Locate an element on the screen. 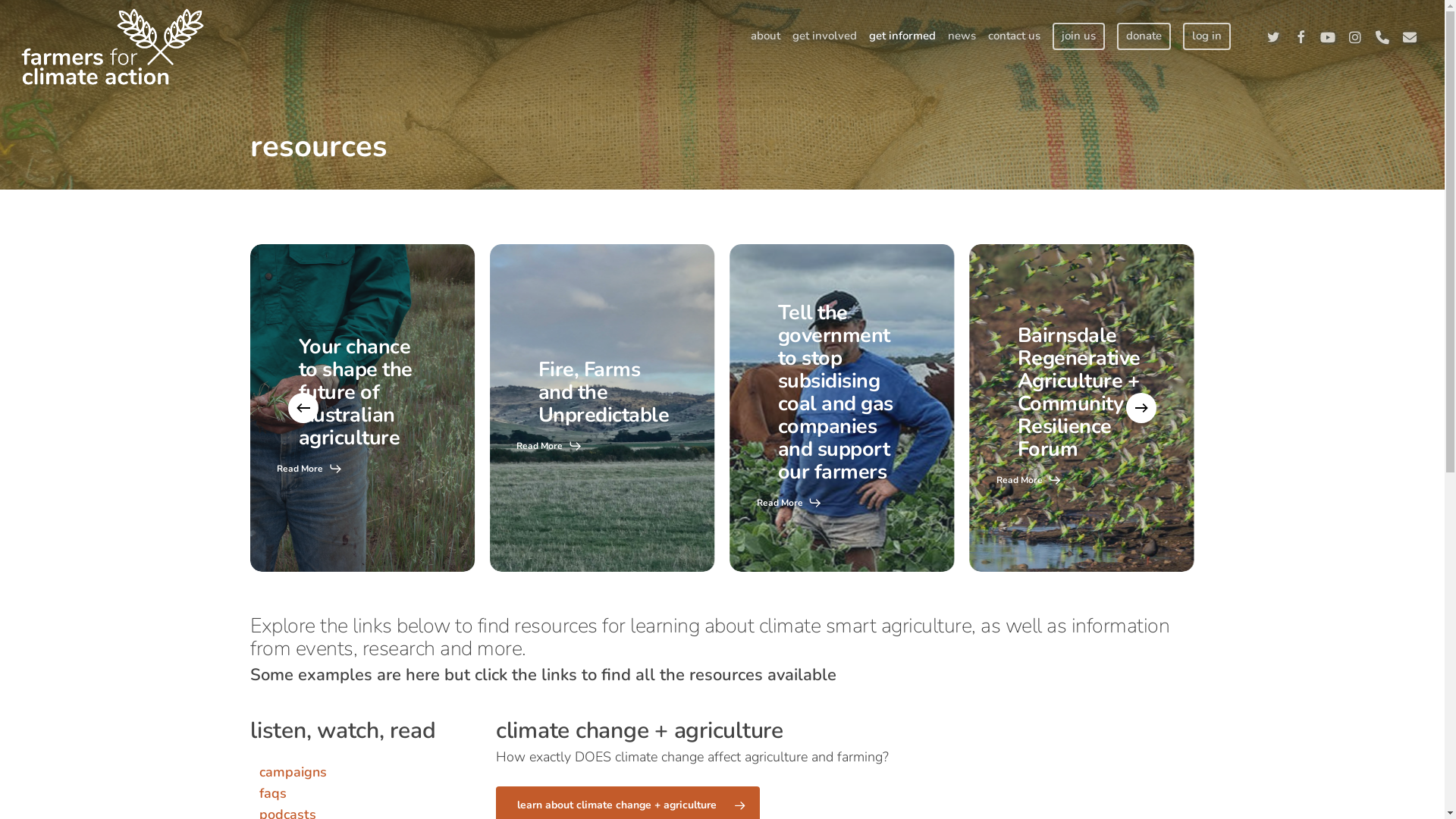 The width and height of the screenshot is (1456, 819). 'get informed' is located at coordinates (862, 35).